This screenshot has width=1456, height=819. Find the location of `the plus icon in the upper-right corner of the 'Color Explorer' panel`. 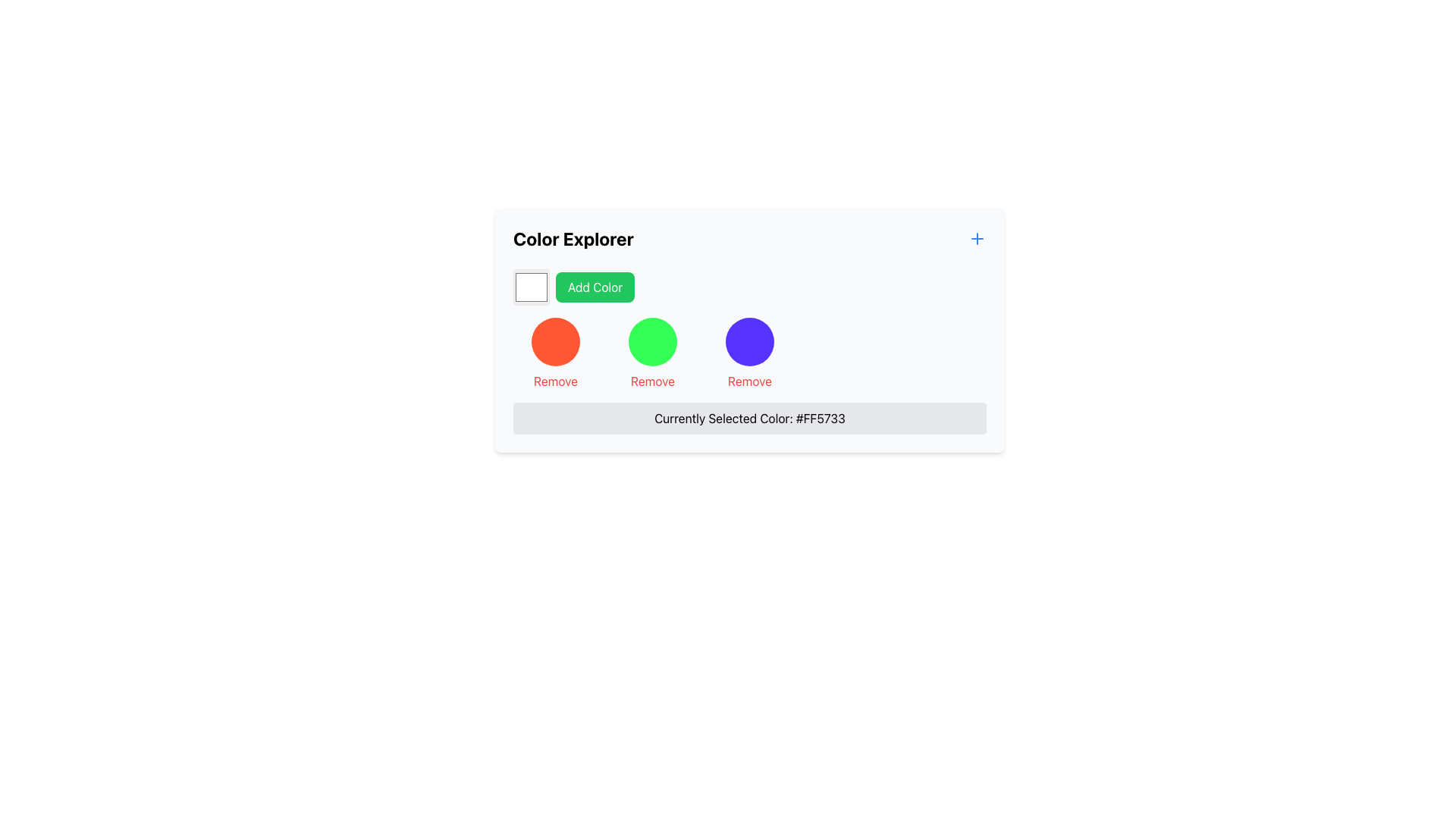

the plus icon in the upper-right corner of the 'Color Explorer' panel is located at coordinates (977, 239).